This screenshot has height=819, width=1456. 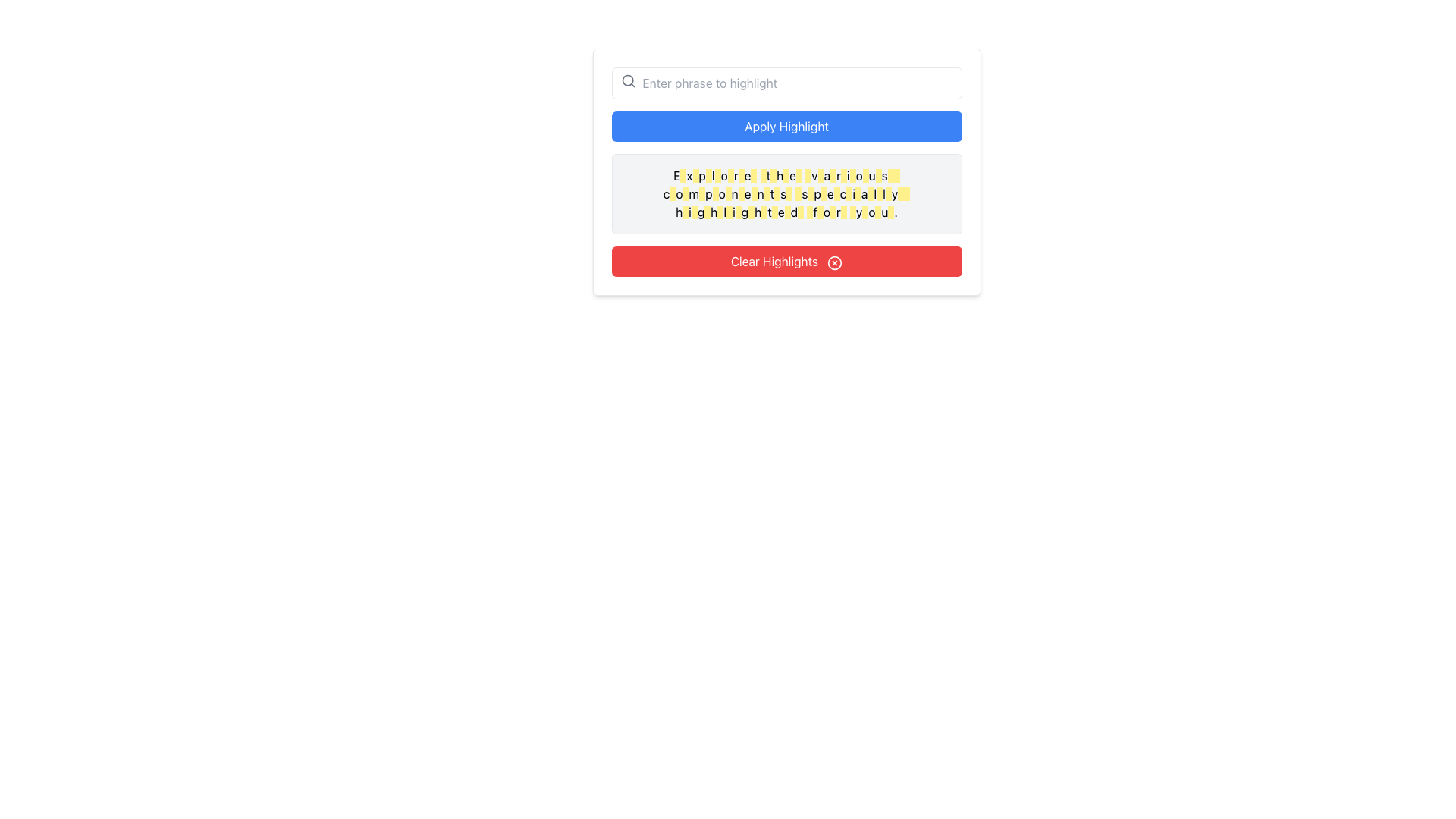 What do you see at coordinates (685, 212) in the screenshot?
I see `the 30th Static highlight block with a yellow background and yellow text, located within a group of similar elements under the text 'Explore the various components specially highlighted for you.'` at bounding box center [685, 212].